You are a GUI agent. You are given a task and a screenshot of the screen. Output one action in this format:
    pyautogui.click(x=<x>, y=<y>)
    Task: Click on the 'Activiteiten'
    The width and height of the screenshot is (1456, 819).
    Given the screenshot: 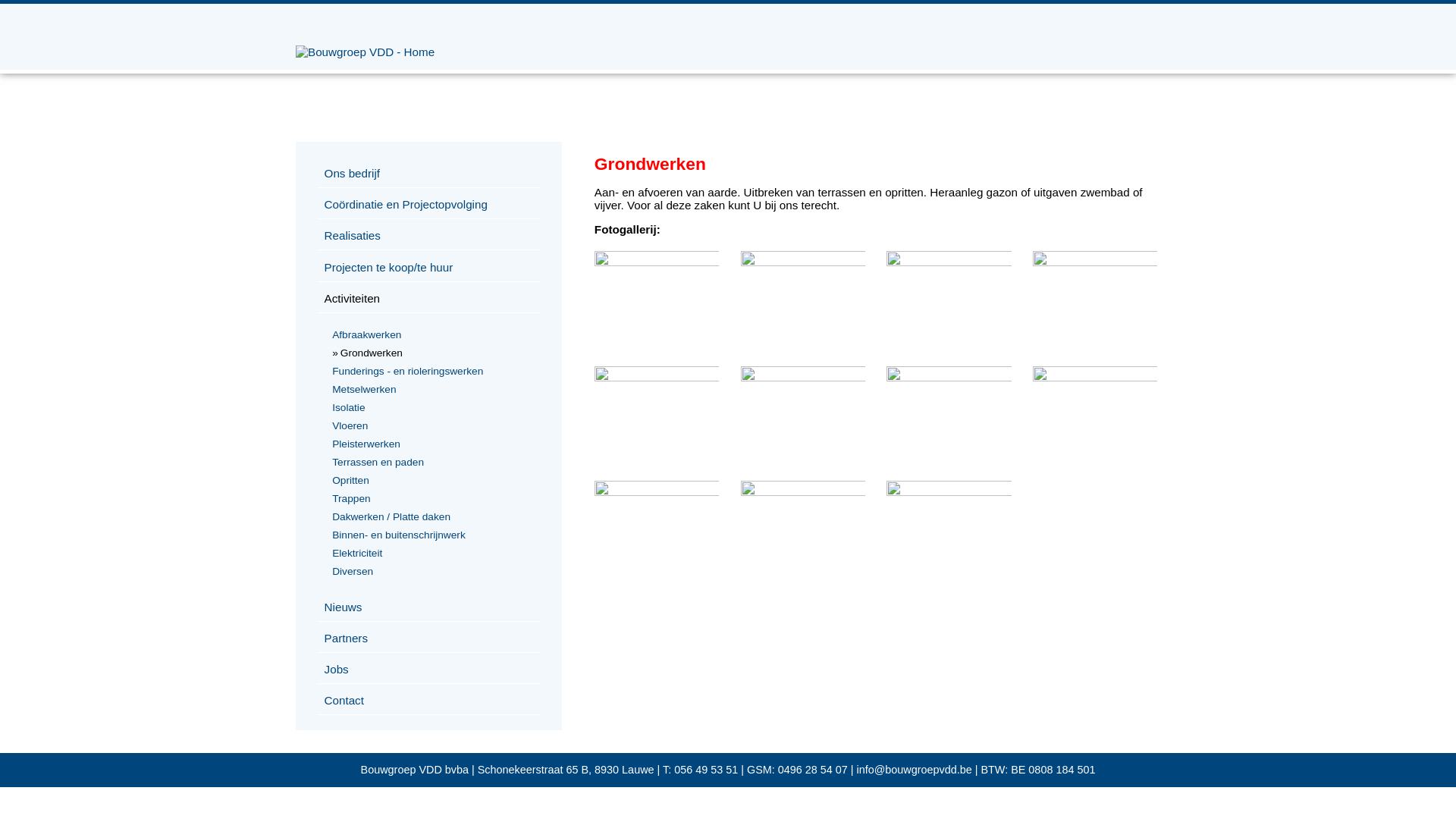 What is the action you would take?
    pyautogui.click(x=315, y=298)
    